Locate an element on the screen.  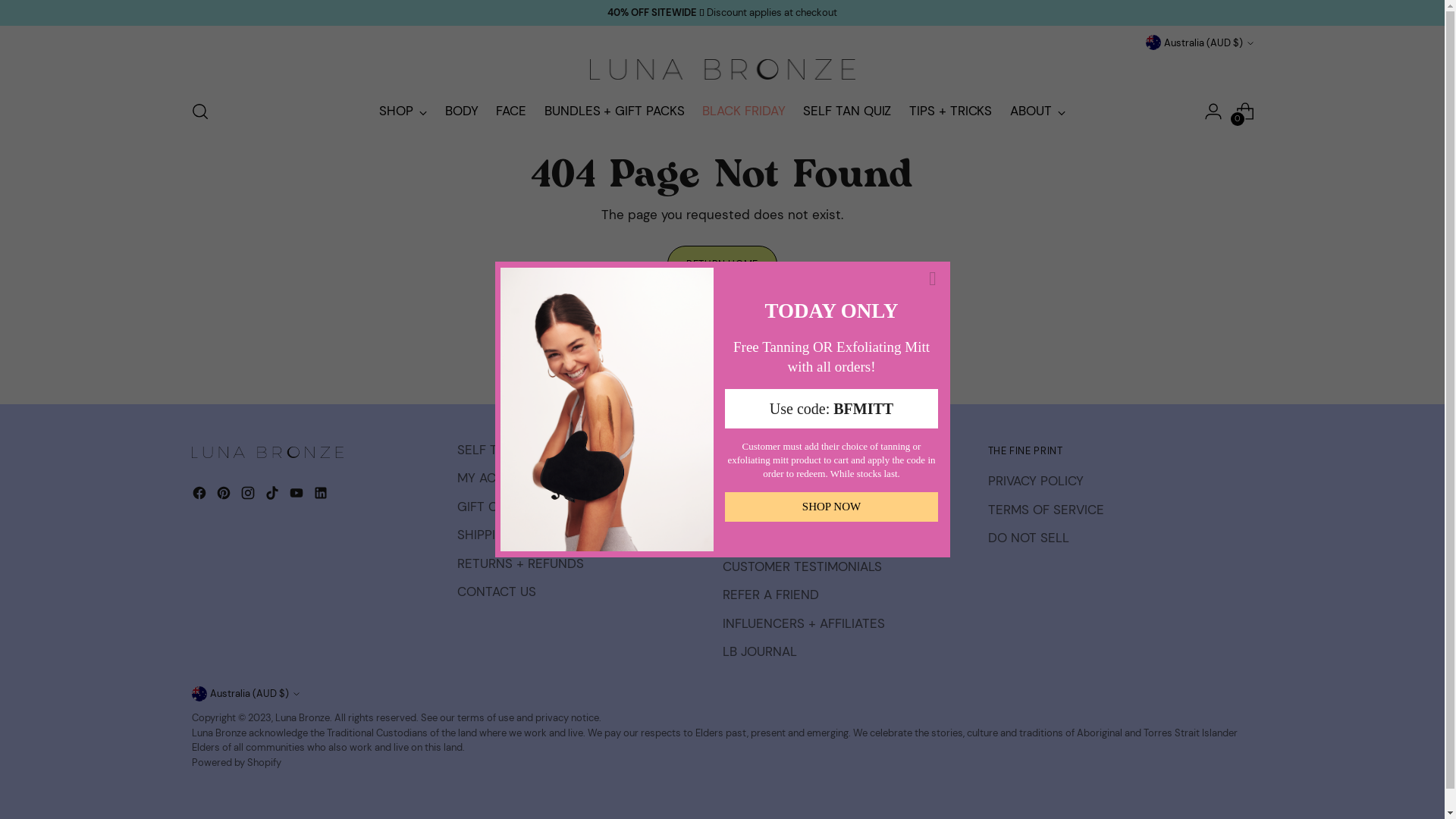
'INFLUENCERS + AFFILIATES' is located at coordinates (802, 623).